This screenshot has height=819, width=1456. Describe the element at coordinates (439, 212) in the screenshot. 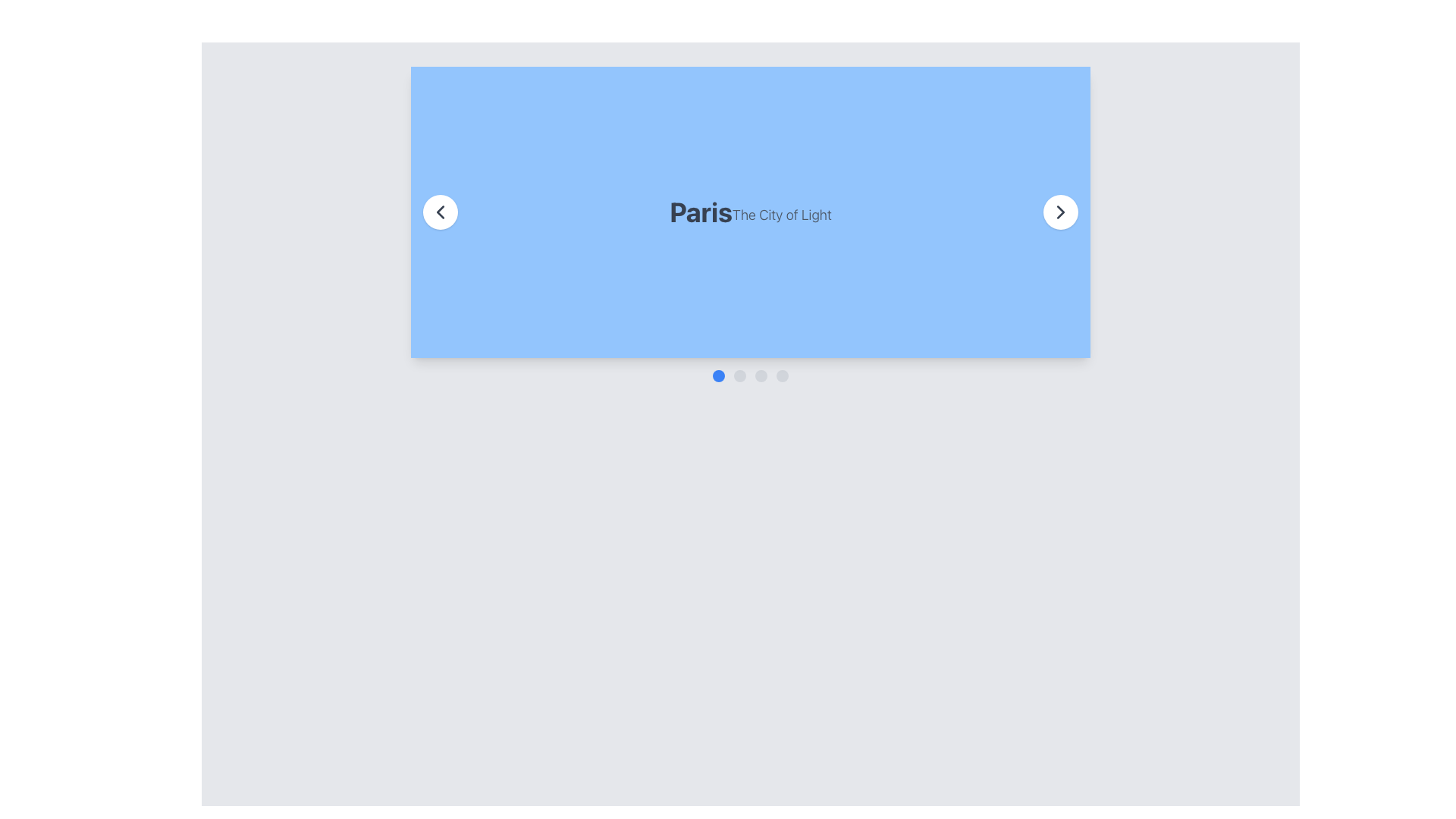

I see `the circular button icon on the left side of the blue content area labeled 'Paris'` at that location.